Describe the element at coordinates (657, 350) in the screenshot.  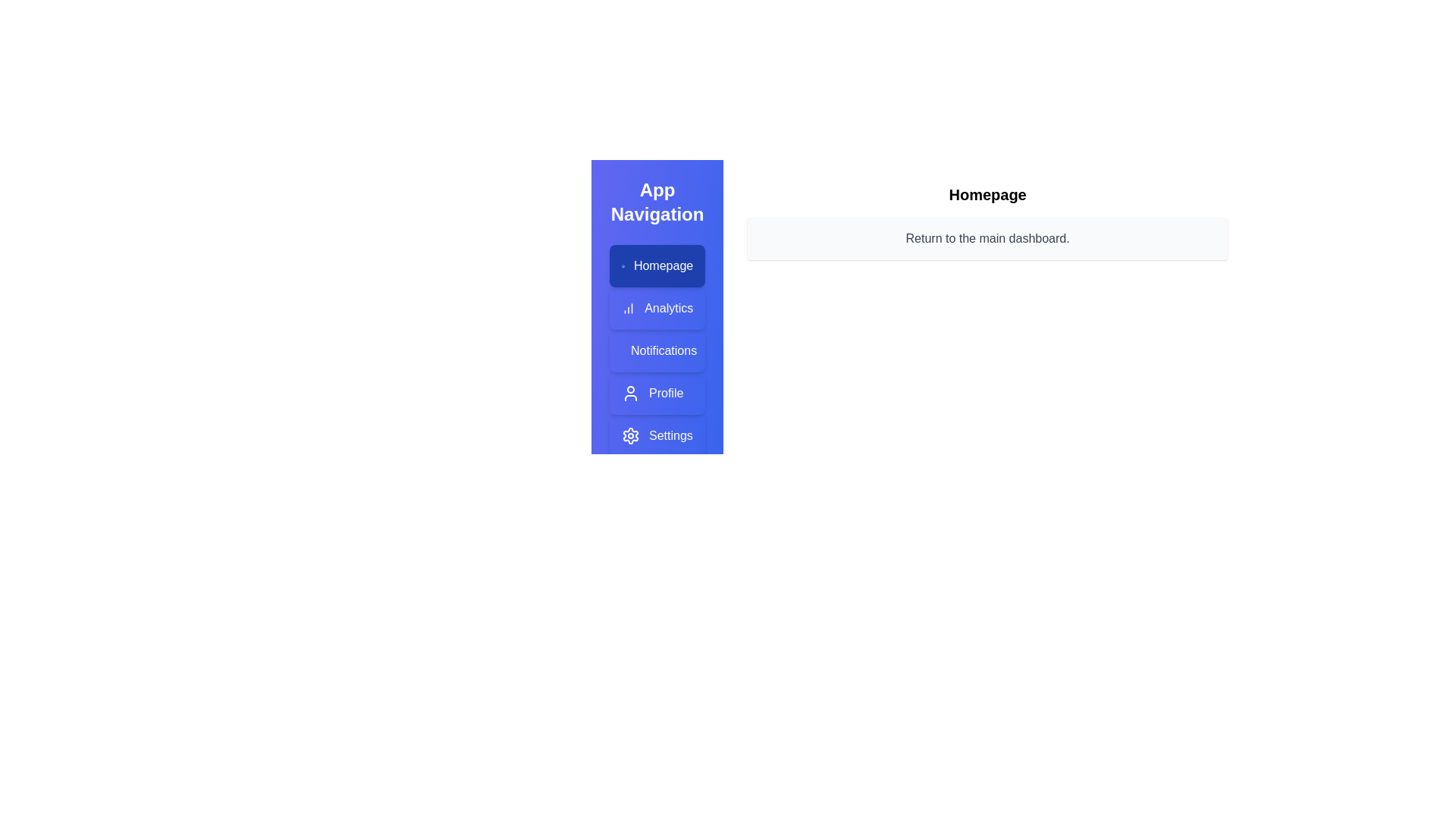
I see `the navigation button for notifications located in the vertical menu, positioned below the 'Analytics' option and above the 'Profile' option, to activate its styles` at that location.